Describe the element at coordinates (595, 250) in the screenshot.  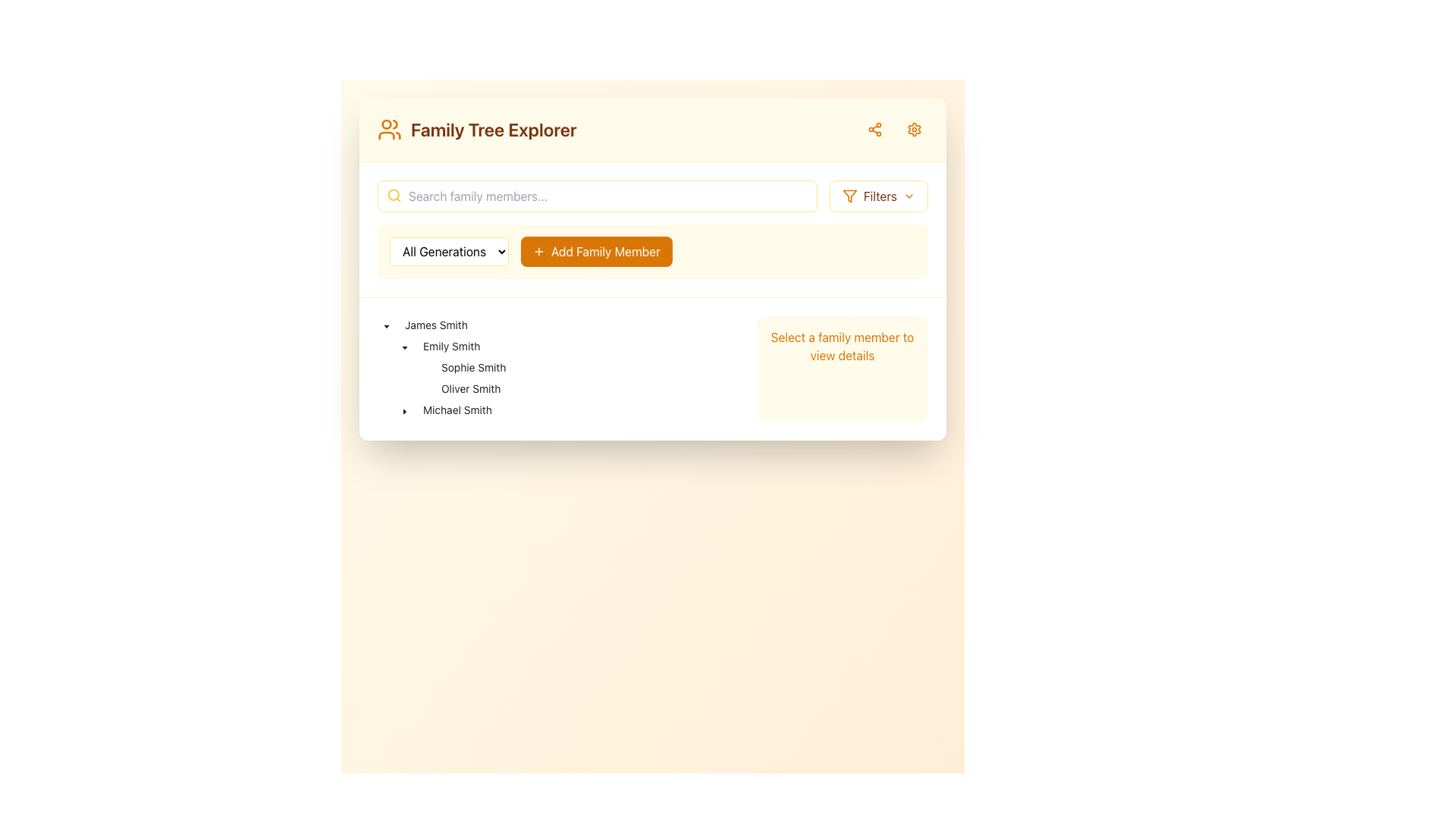
I see `the button located to the right of the 'All Generations' dropdown within the light amber box to initiate the process of adding a family member` at that location.